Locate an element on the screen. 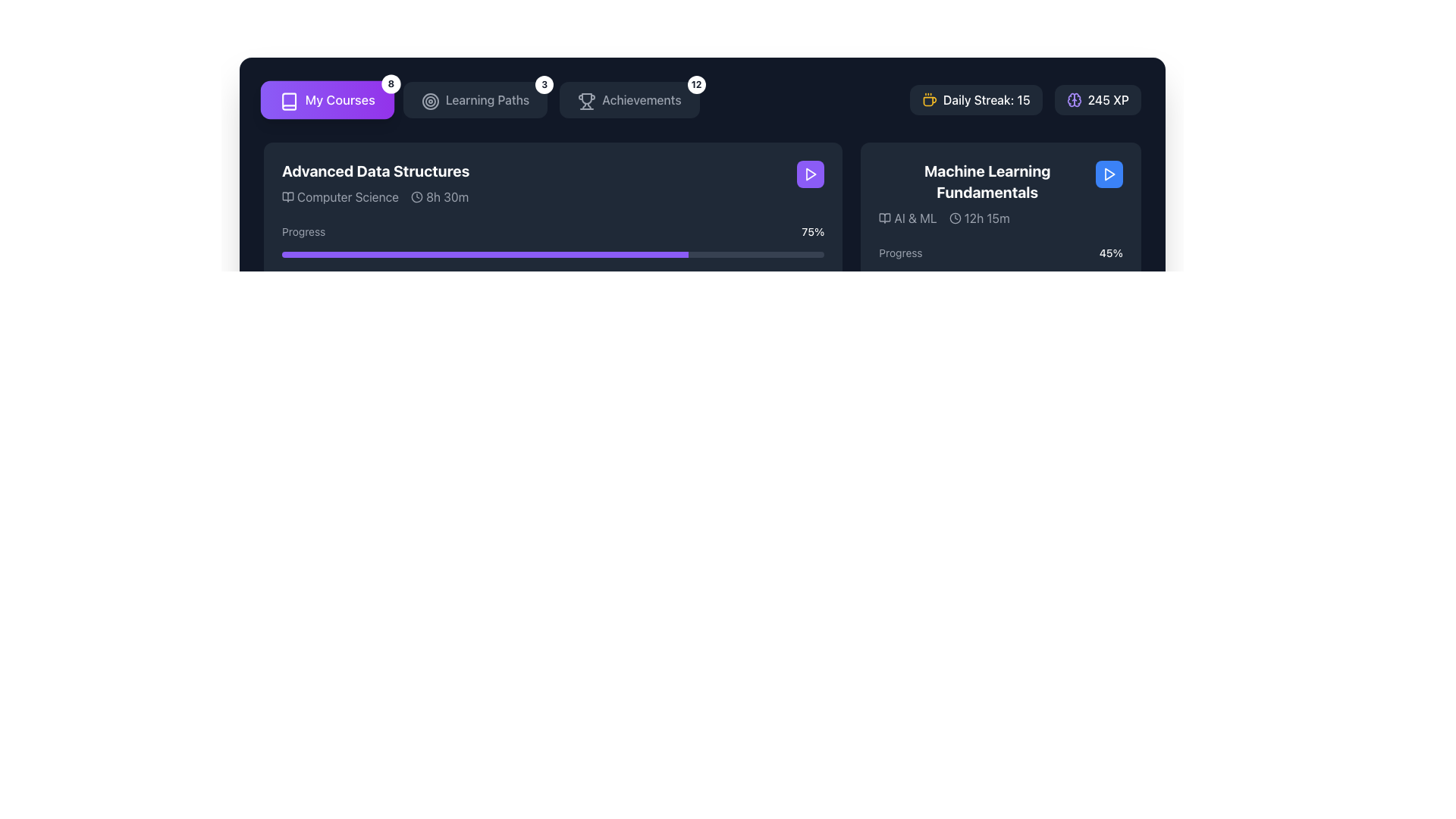  text and percentage of the progress bar labeled 'Progress' within the 'Advanced Data Structures' card, which displays a filled section indicating 75% is located at coordinates (552, 240).